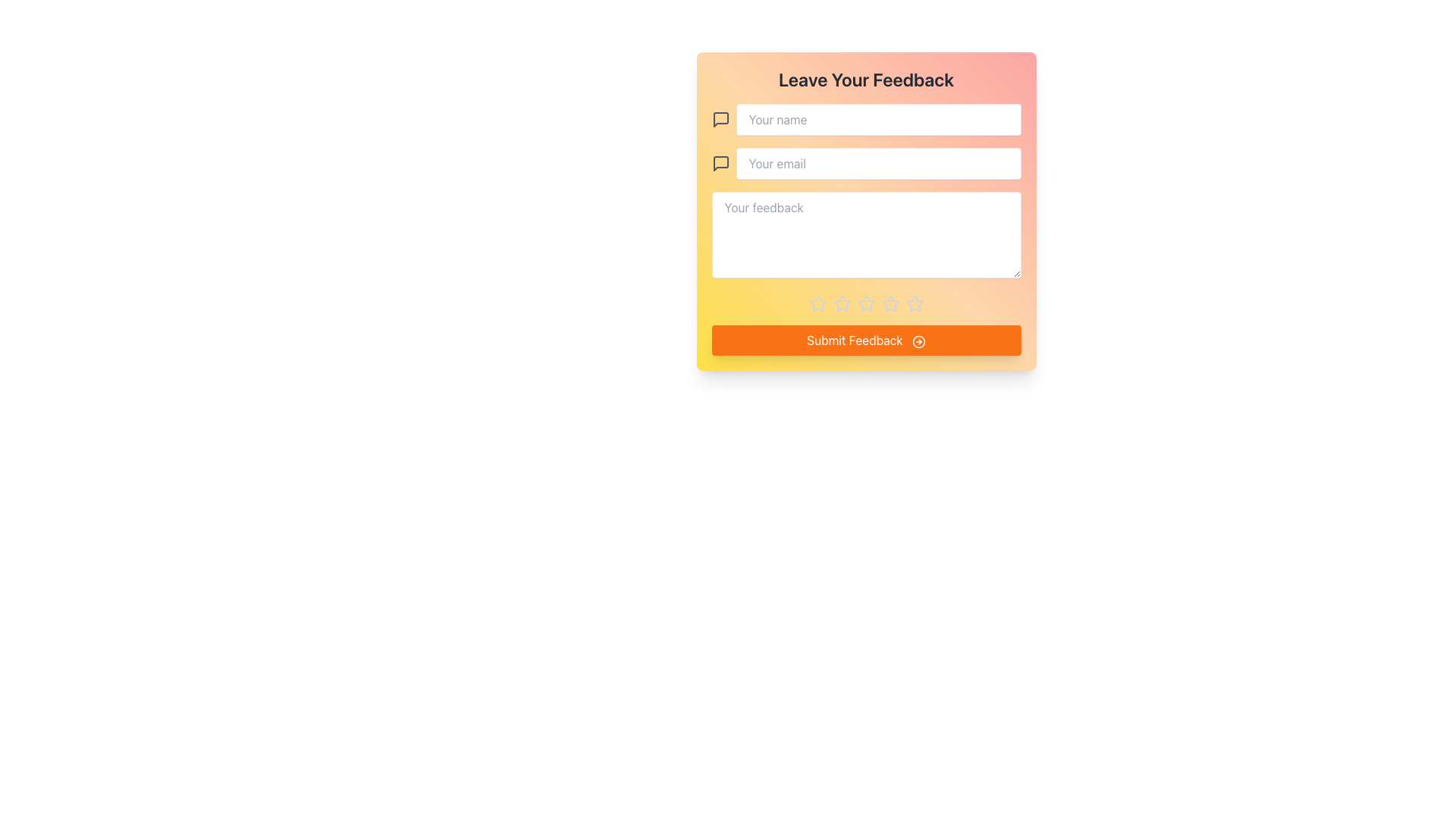 This screenshot has height=819, width=1456. What do you see at coordinates (866, 79) in the screenshot?
I see `the text label that reads 'Leave Your Feedback', which is styled in bold with a large font size at the top of a rectangular card` at bounding box center [866, 79].